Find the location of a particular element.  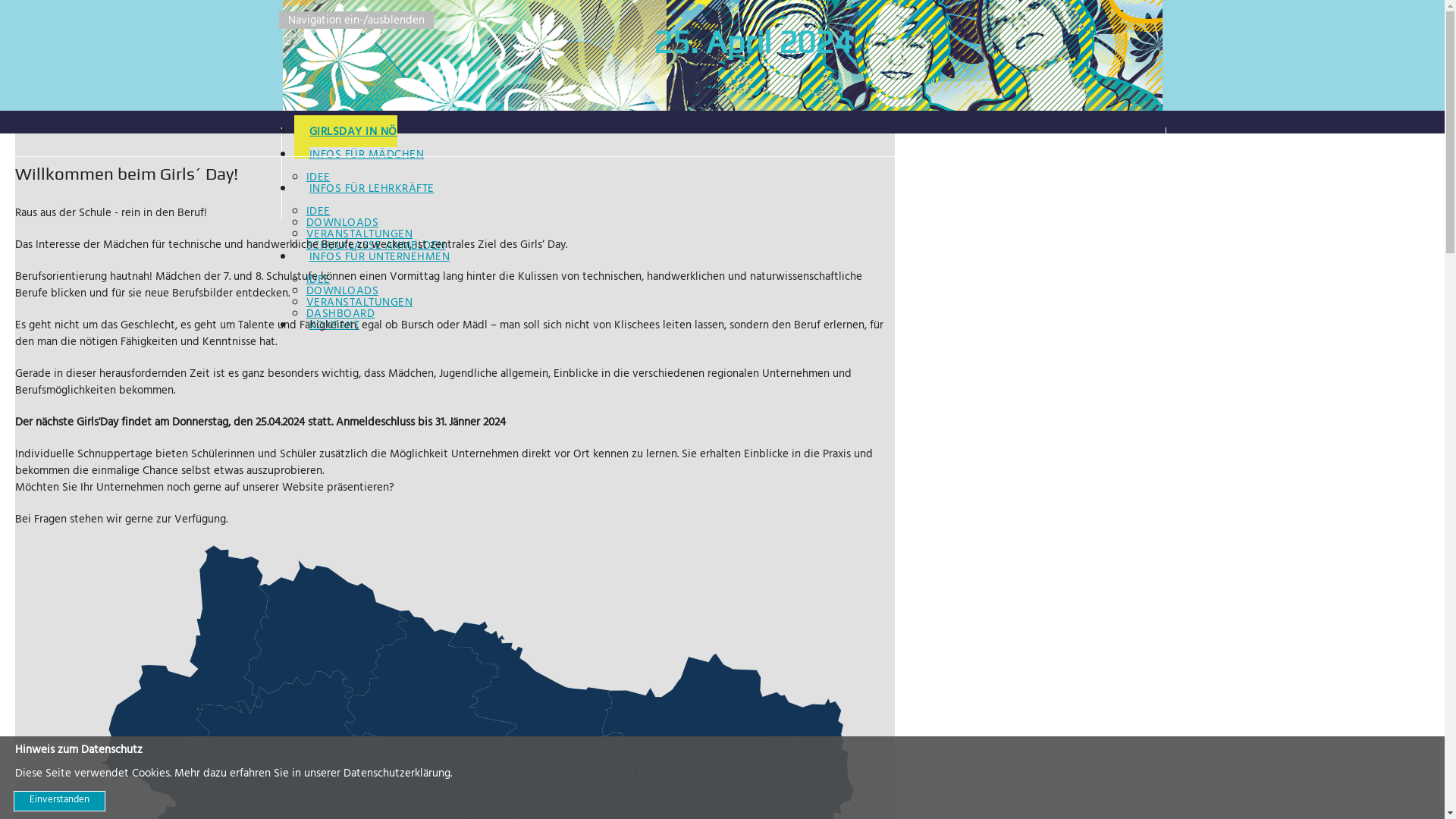

'DOWNLOADS' is located at coordinates (341, 224).